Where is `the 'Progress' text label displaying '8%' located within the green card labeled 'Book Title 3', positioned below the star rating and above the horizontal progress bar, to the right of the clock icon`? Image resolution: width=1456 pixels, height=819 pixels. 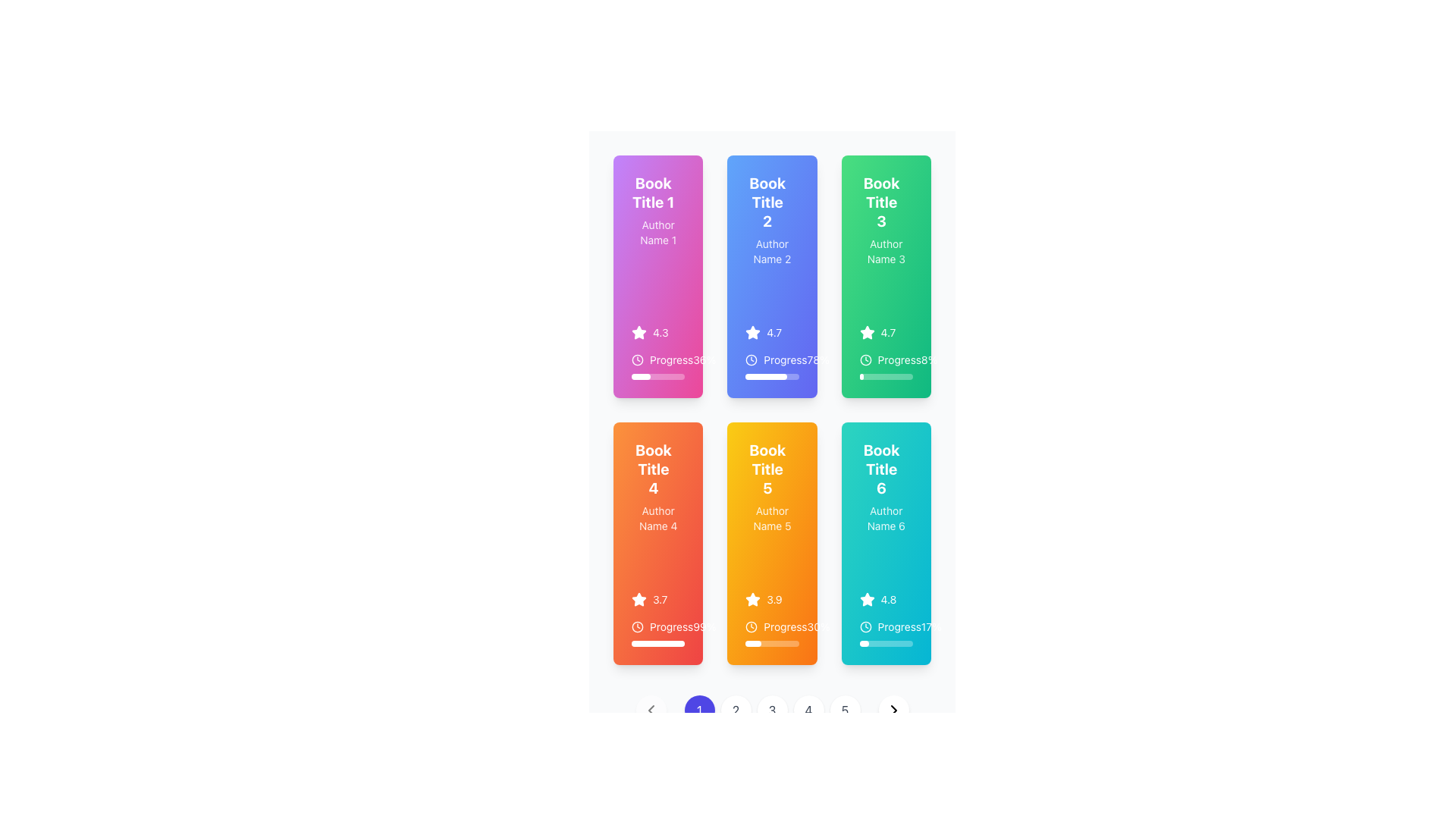
the 'Progress' text label displaying '8%' located within the green card labeled 'Book Title 3', positioned below the star rating and above the horizontal progress bar, to the right of the clock icon is located at coordinates (886, 359).